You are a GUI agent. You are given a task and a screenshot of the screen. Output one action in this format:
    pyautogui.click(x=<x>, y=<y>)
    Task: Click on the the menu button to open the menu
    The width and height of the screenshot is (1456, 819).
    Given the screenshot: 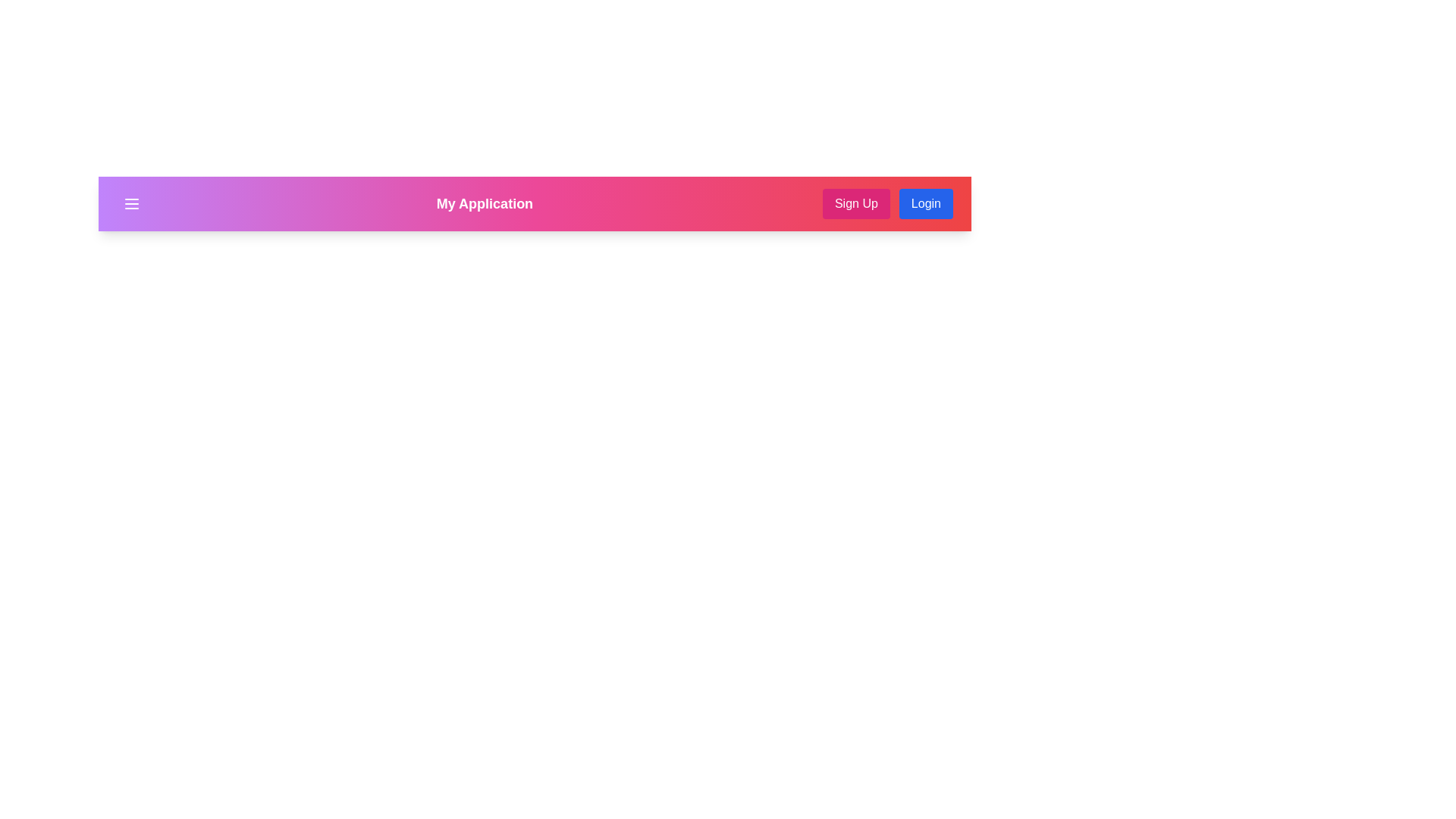 What is the action you would take?
    pyautogui.click(x=131, y=203)
    